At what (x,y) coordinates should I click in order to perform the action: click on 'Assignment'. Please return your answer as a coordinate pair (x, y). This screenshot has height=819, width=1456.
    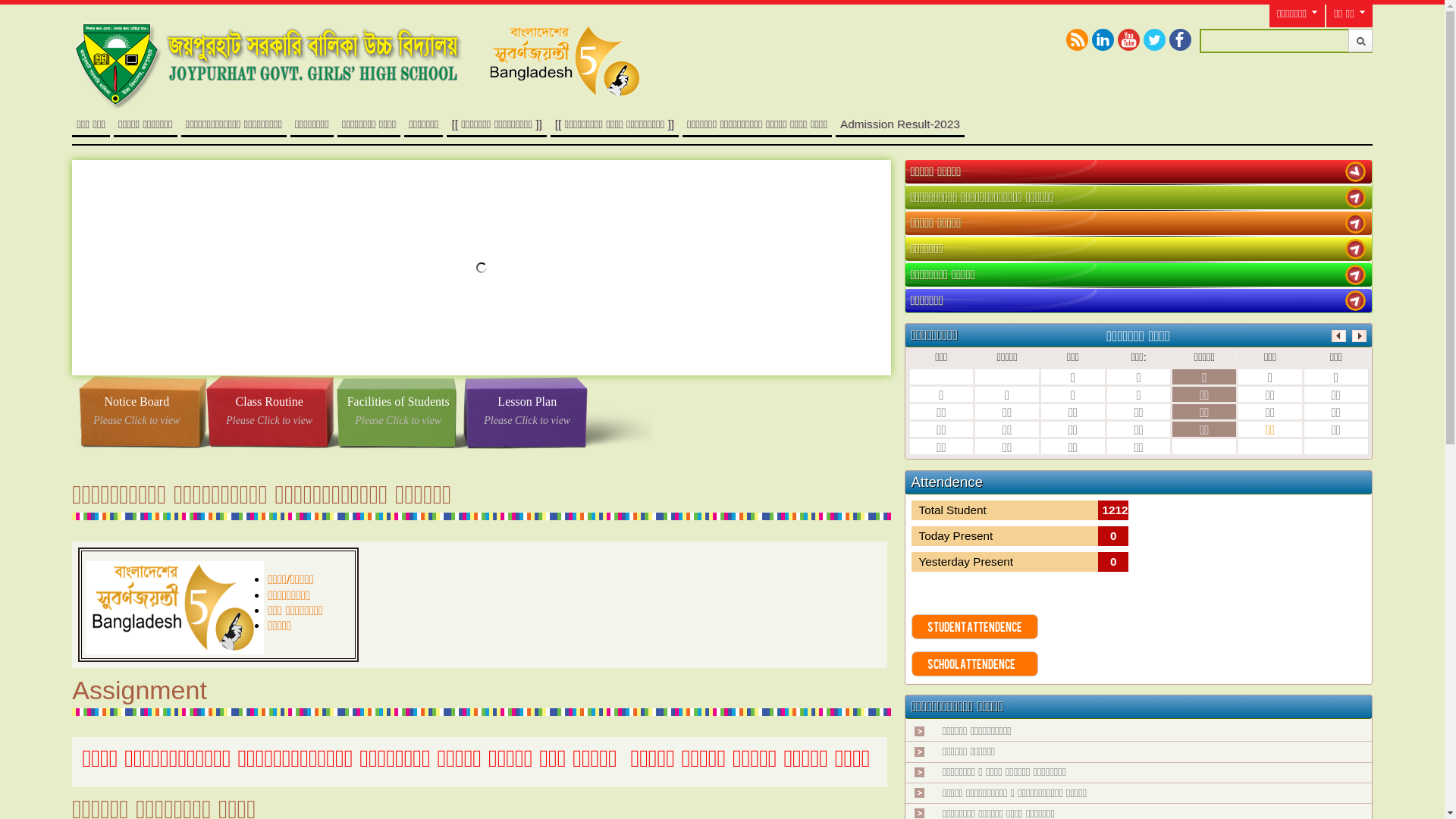
    Looking at the image, I should click on (139, 690).